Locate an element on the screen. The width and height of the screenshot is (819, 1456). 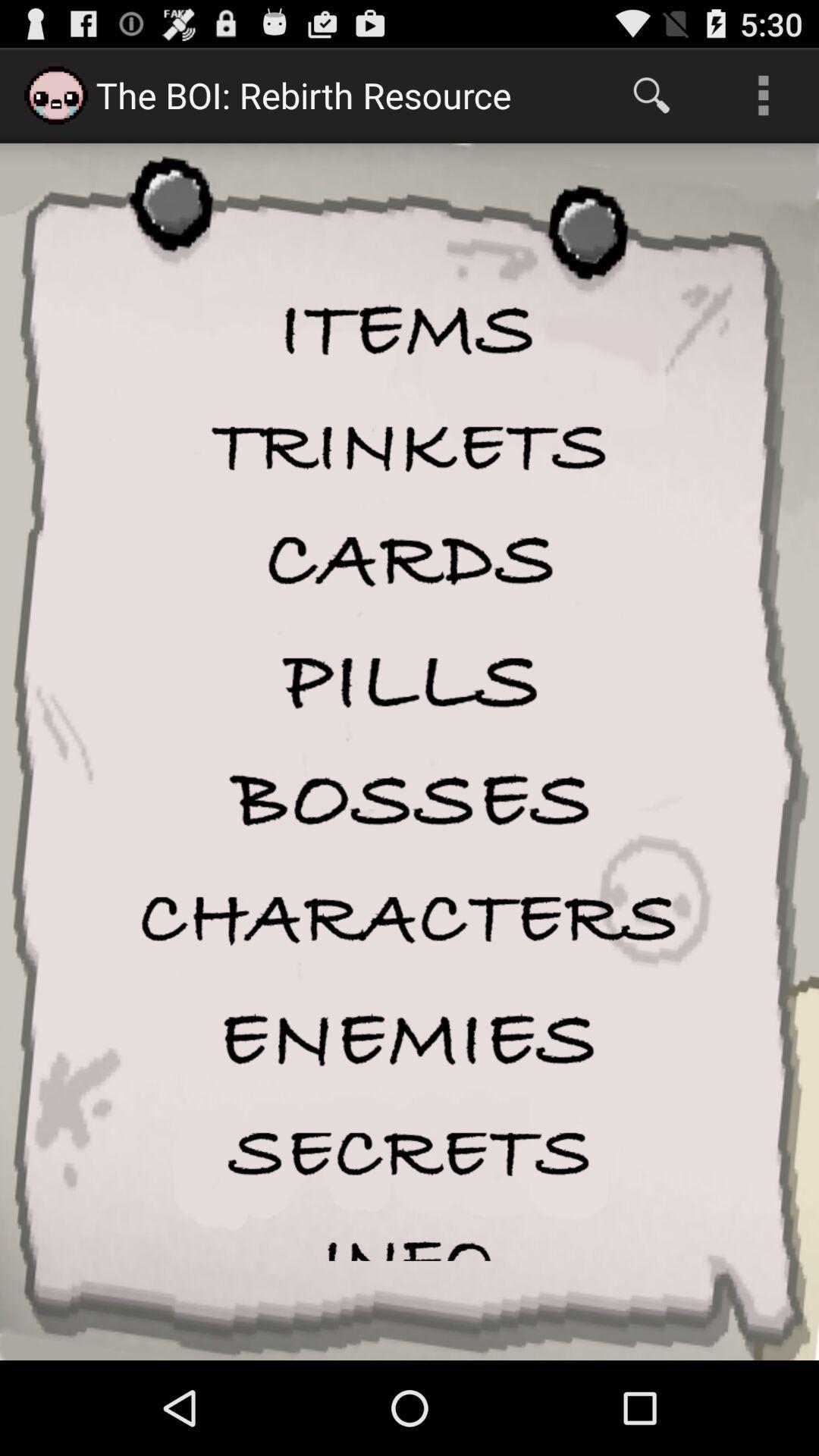
secrets option is located at coordinates (409, 1153).